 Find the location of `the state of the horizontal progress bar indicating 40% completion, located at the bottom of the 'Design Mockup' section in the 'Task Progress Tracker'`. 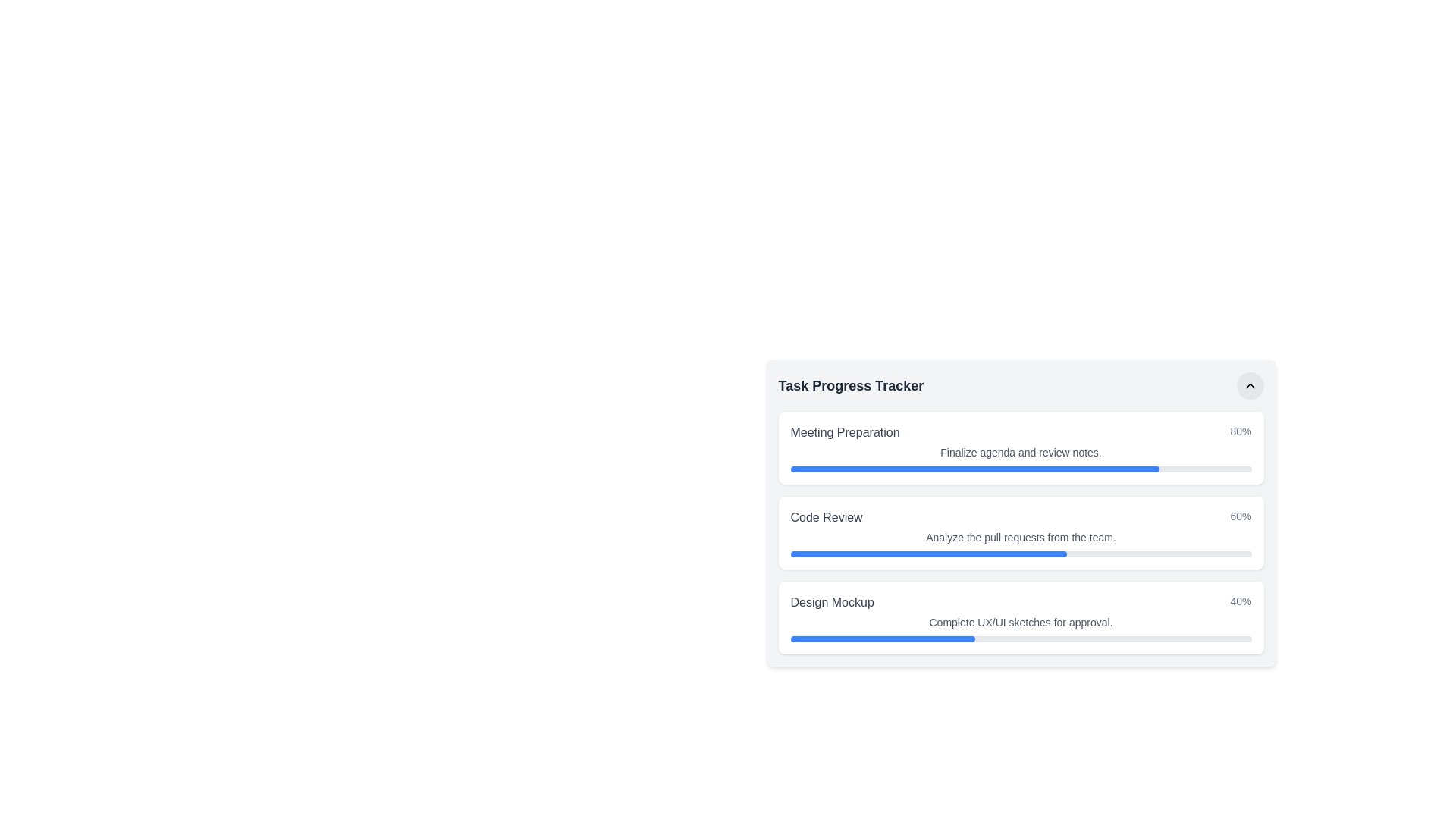

the state of the horizontal progress bar indicating 40% completion, located at the bottom of the 'Design Mockup' section in the 'Task Progress Tracker' is located at coordinates (1021, 639).